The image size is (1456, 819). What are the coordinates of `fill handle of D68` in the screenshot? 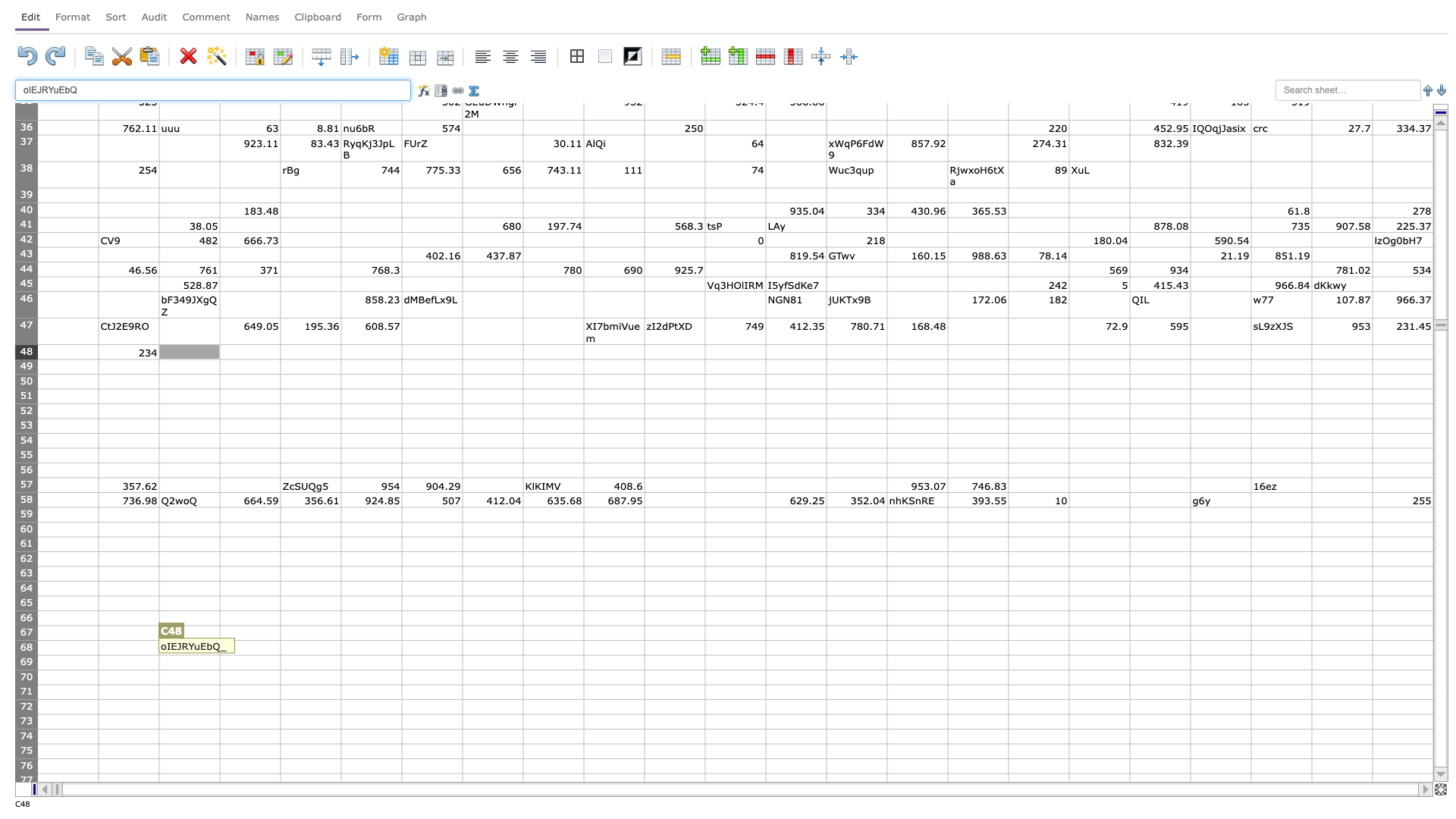 It's located at (280, 654).